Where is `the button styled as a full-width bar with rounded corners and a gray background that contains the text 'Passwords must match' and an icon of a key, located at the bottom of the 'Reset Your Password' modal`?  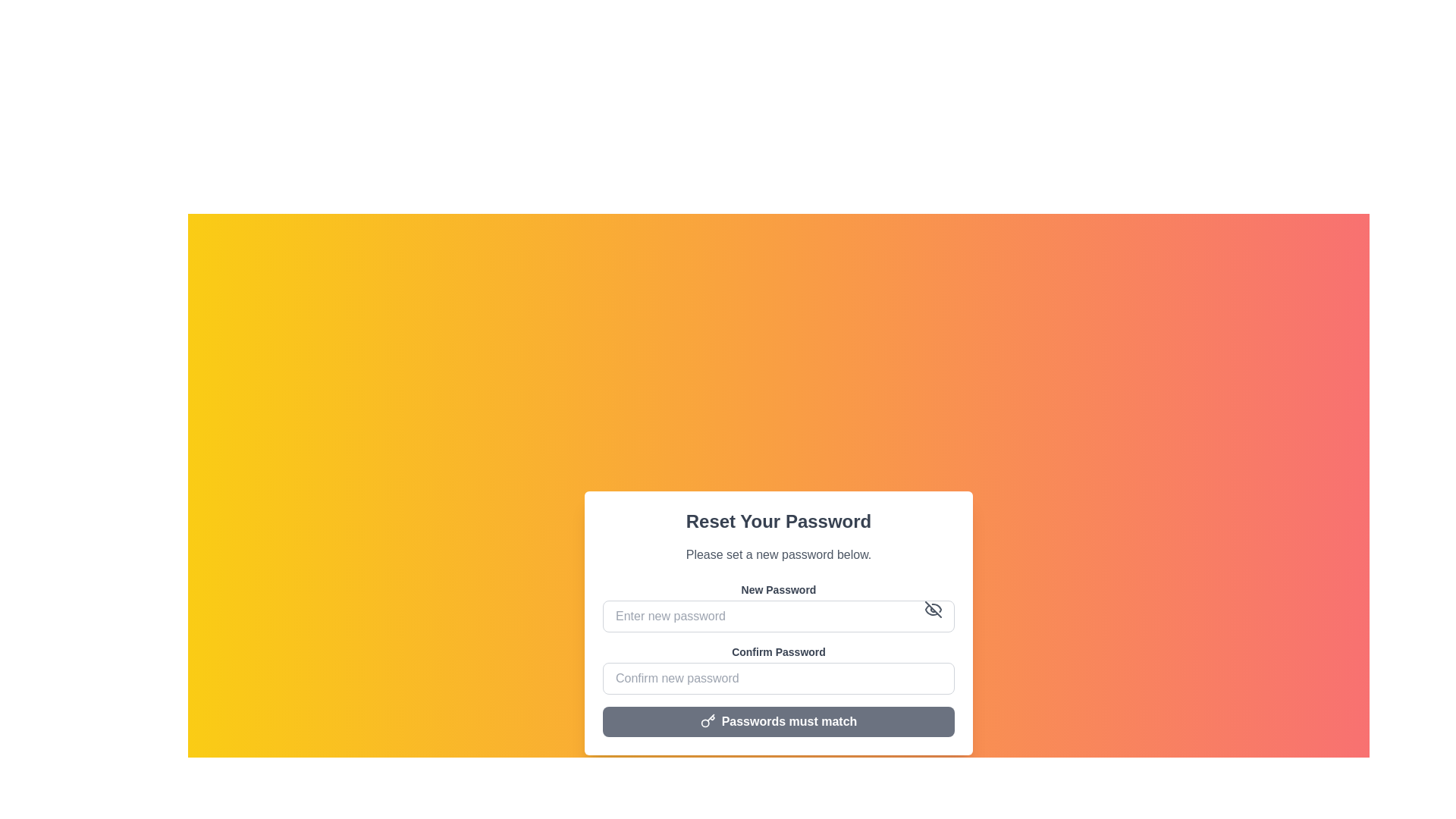 the button styled as a full-width bar with rounded corners and a gray background that contains the text 'Passwords must match' and an icon of a key, located at the bottom of the 'Reset Your Password' modal is located at coordinates (779, 721).